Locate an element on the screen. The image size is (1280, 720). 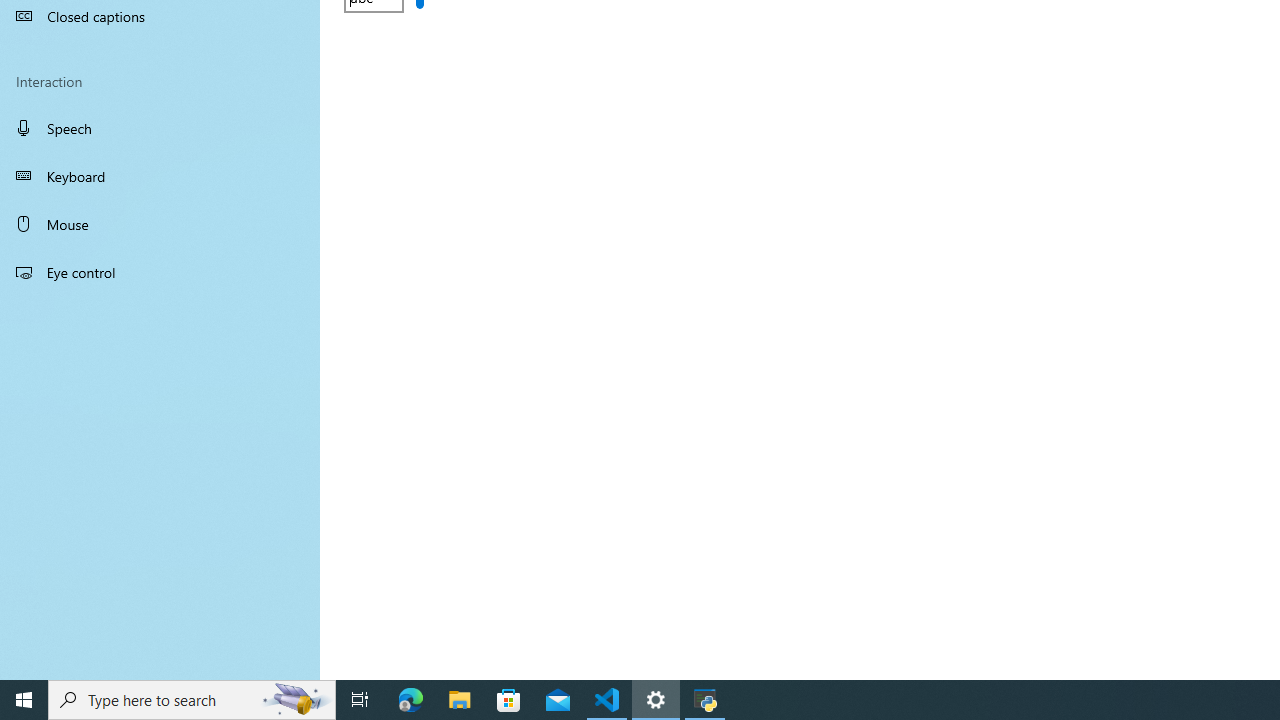
'Microsoft Store' is located at coordinates (509, 698).